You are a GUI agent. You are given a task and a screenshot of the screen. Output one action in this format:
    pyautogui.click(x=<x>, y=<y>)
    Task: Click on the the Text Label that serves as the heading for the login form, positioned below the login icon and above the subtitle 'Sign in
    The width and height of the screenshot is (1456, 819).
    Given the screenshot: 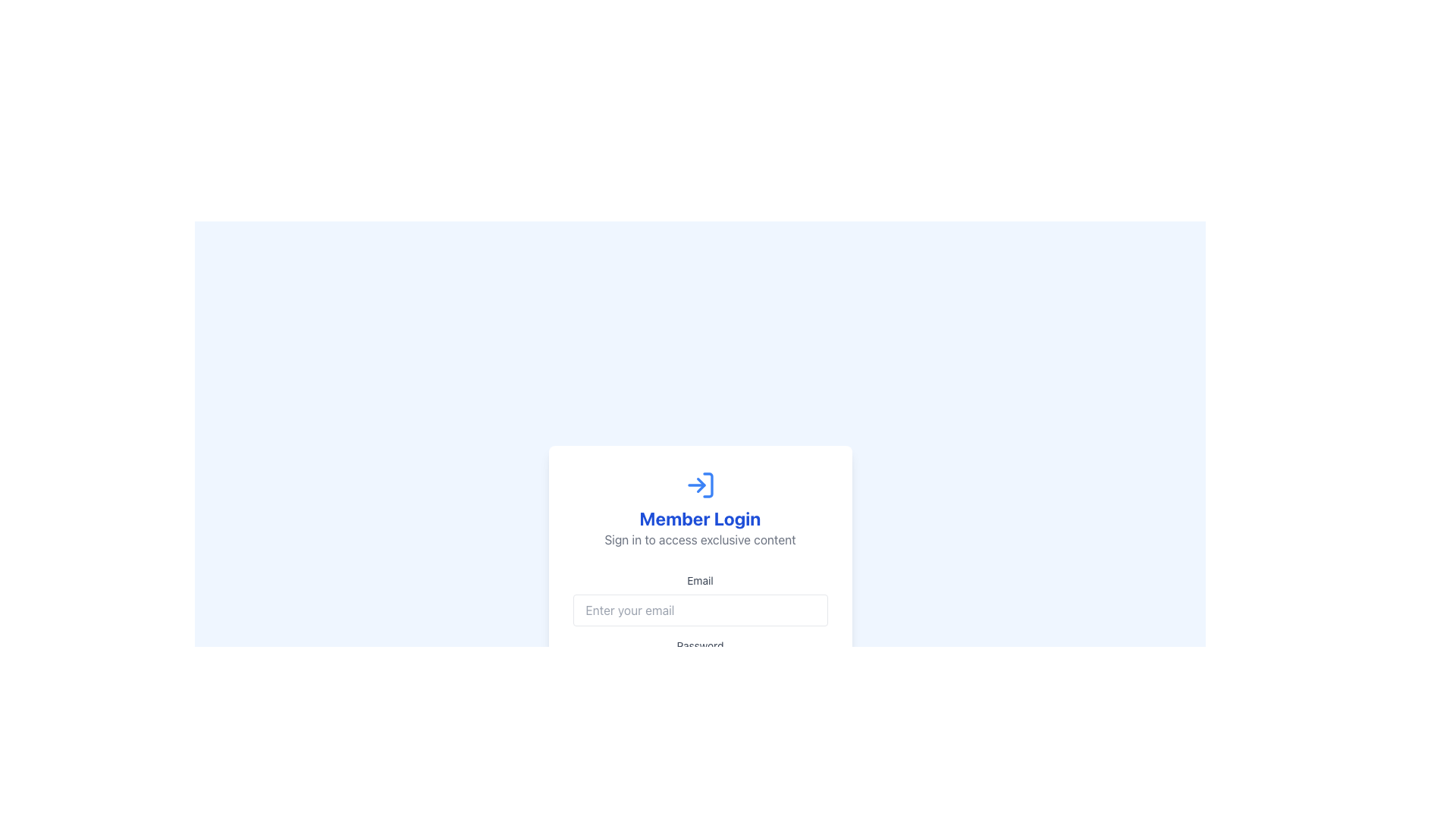 What is the action you would take?
    pyautogui.click(x=699, y=517)
    